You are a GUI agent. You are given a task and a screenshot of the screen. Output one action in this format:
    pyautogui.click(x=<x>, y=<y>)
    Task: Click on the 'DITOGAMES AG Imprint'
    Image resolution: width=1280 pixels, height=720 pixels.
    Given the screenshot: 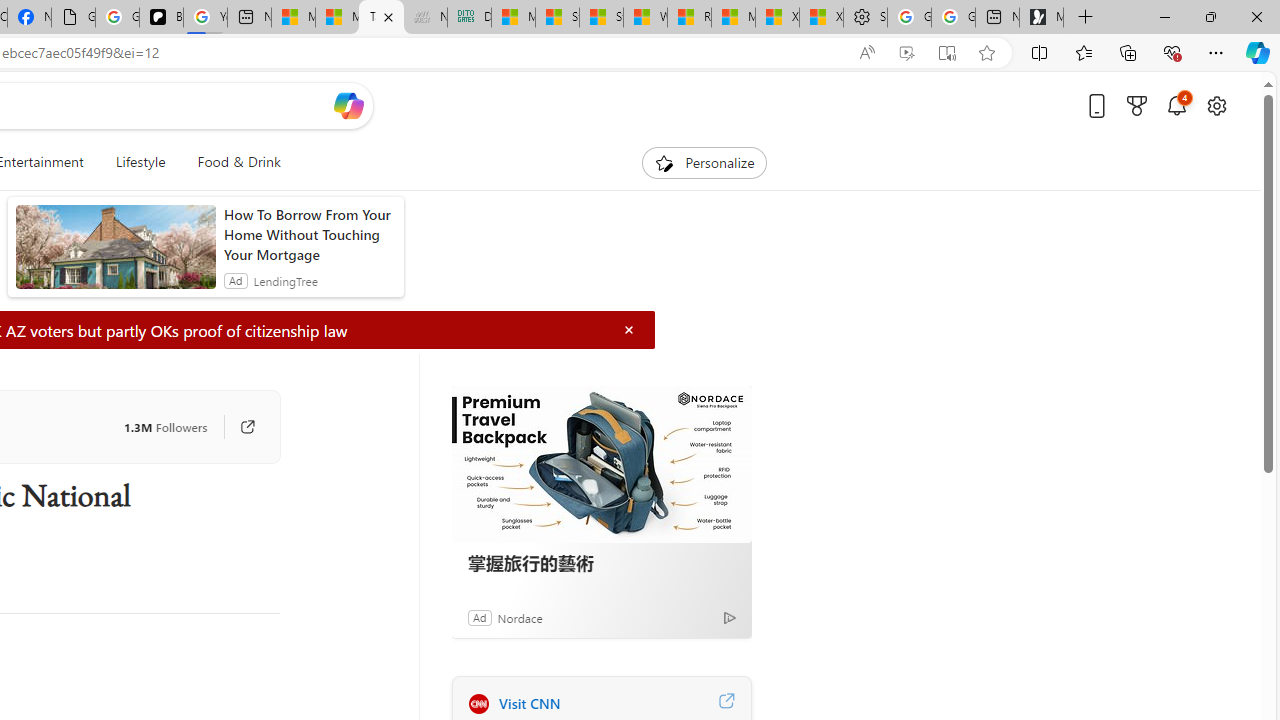 What is the action you would take?
    pyautogui.click(x=468, y=17)
    